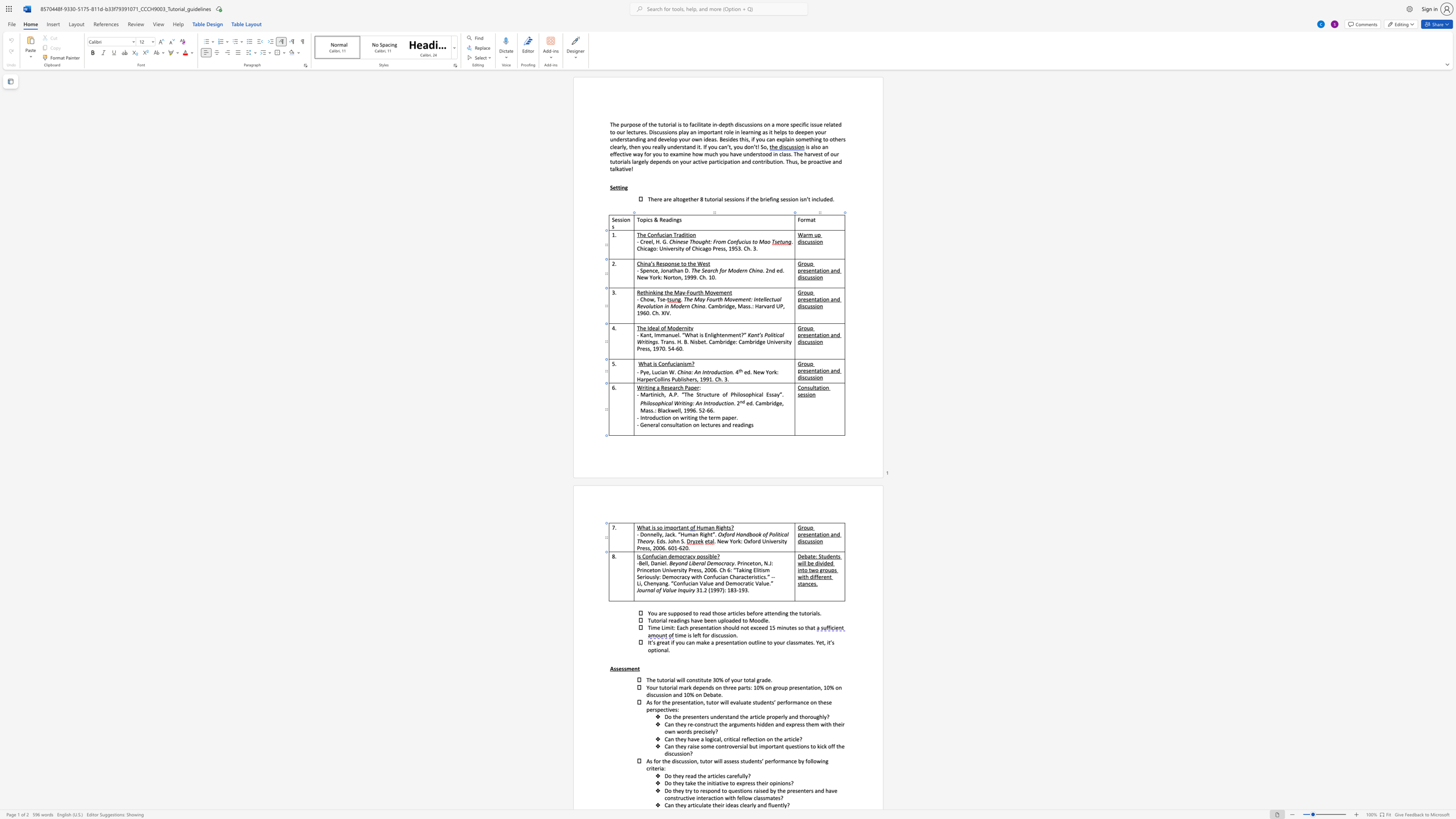  I want to click on the 1th character "s" in the text, so click(639, 556).